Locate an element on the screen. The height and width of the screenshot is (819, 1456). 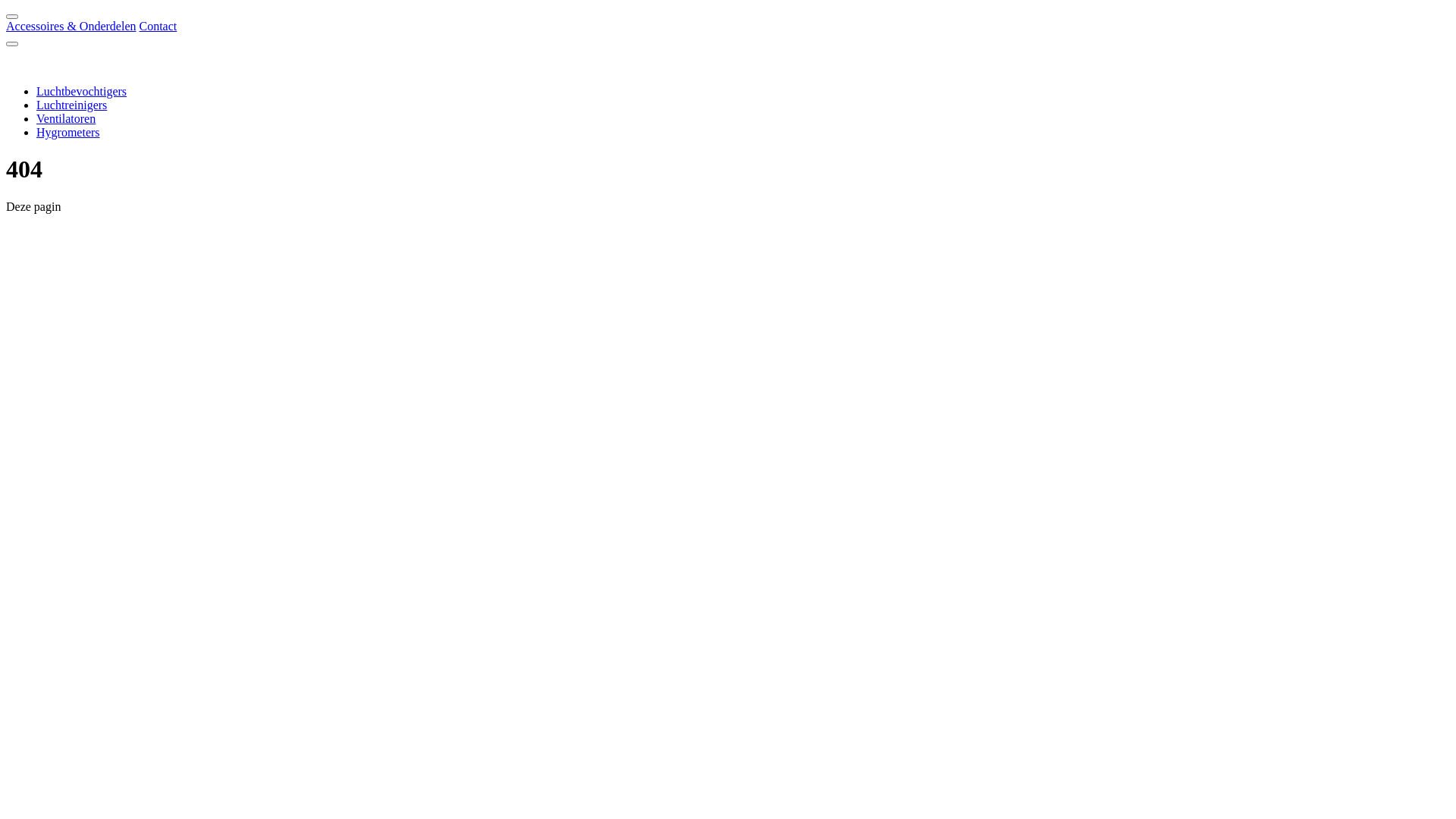
'Contact' is located at coordinates (158, 26).